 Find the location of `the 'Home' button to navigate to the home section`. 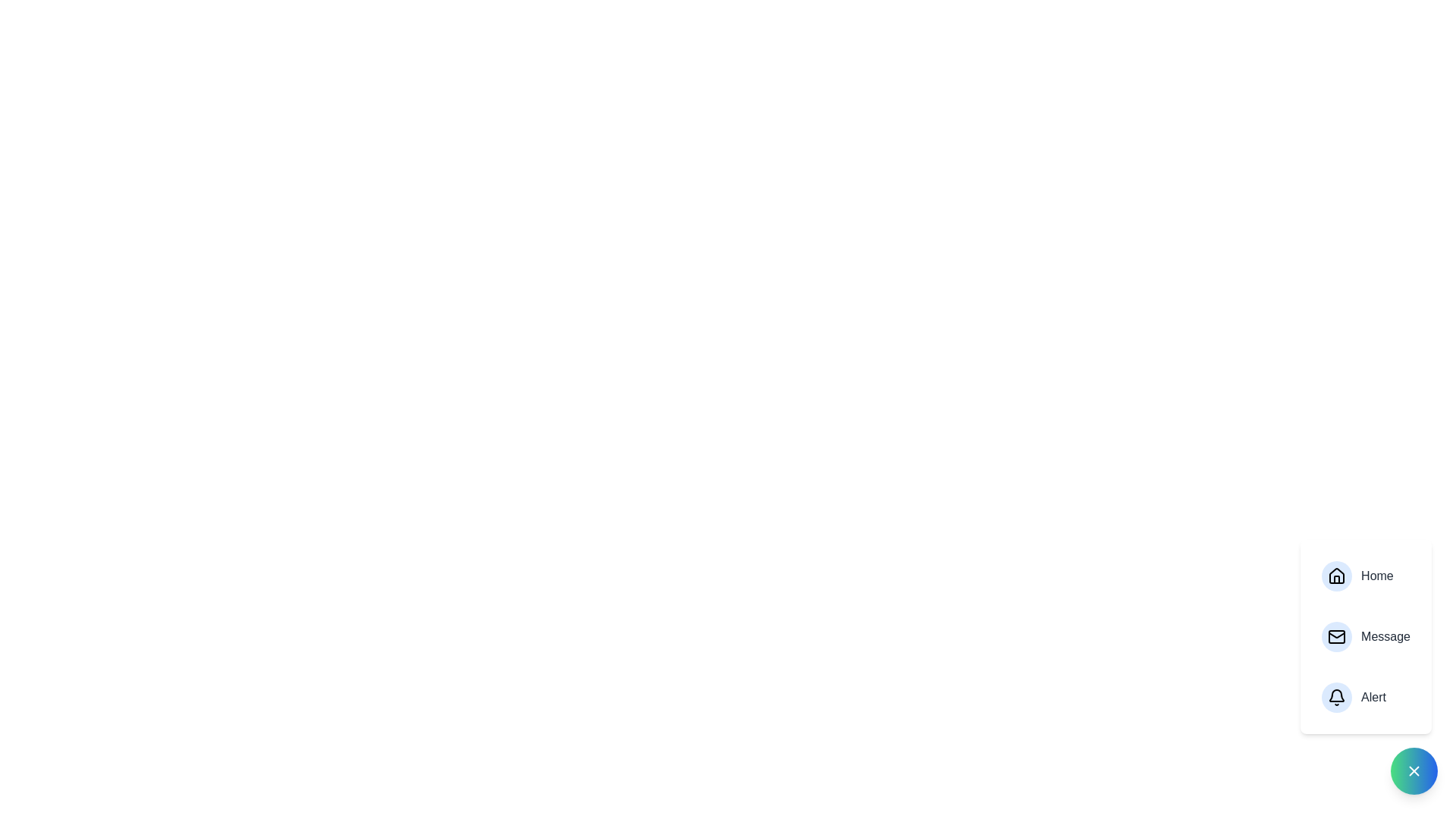

the 'Home' button to navigate to the home section is located at coordinates (1365, 576).